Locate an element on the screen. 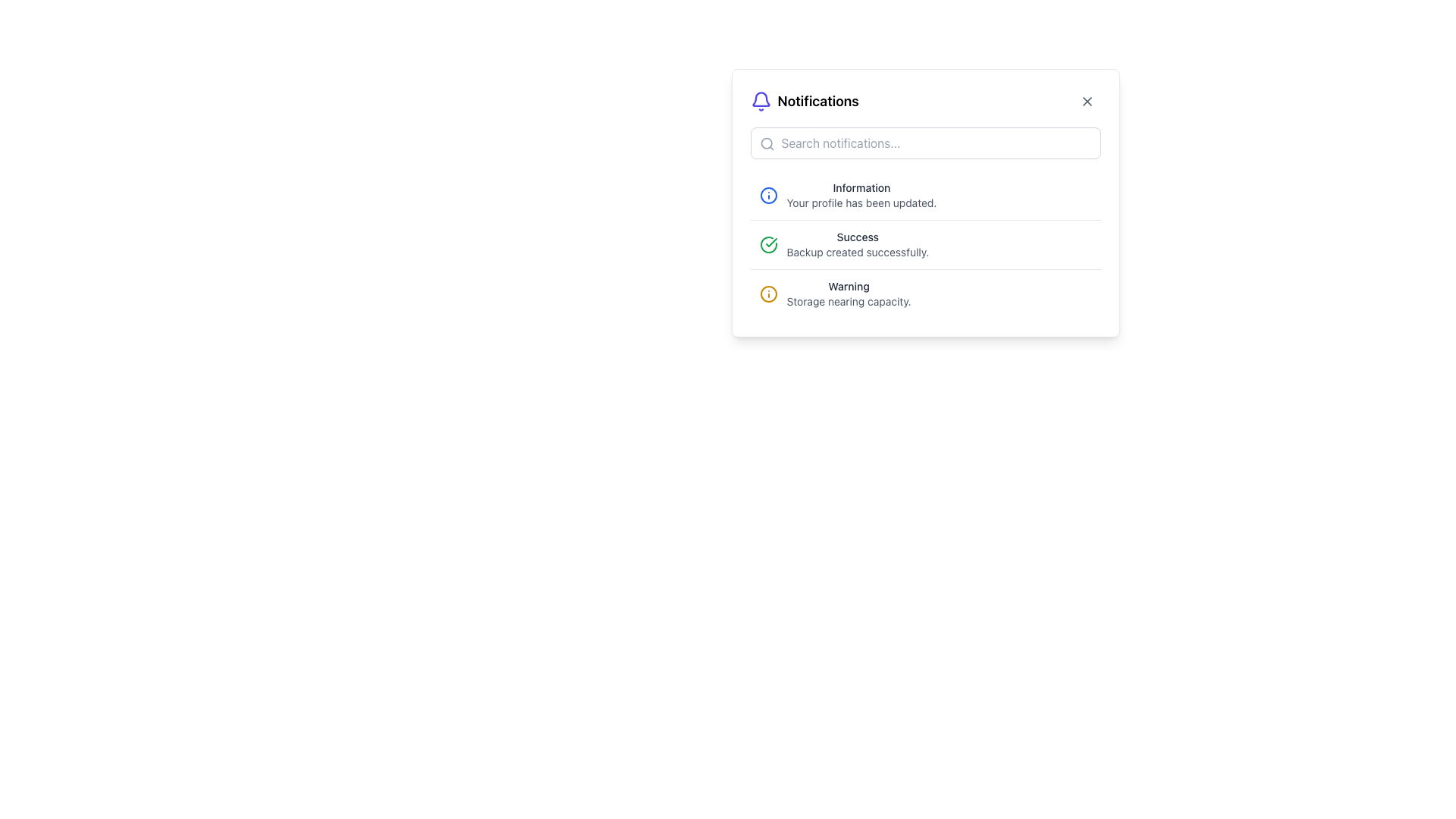 The image size is (1456, 819). the magnifying glass icon located at the far left inside the search input field in the notification panel is located at coordinates (767, 143).